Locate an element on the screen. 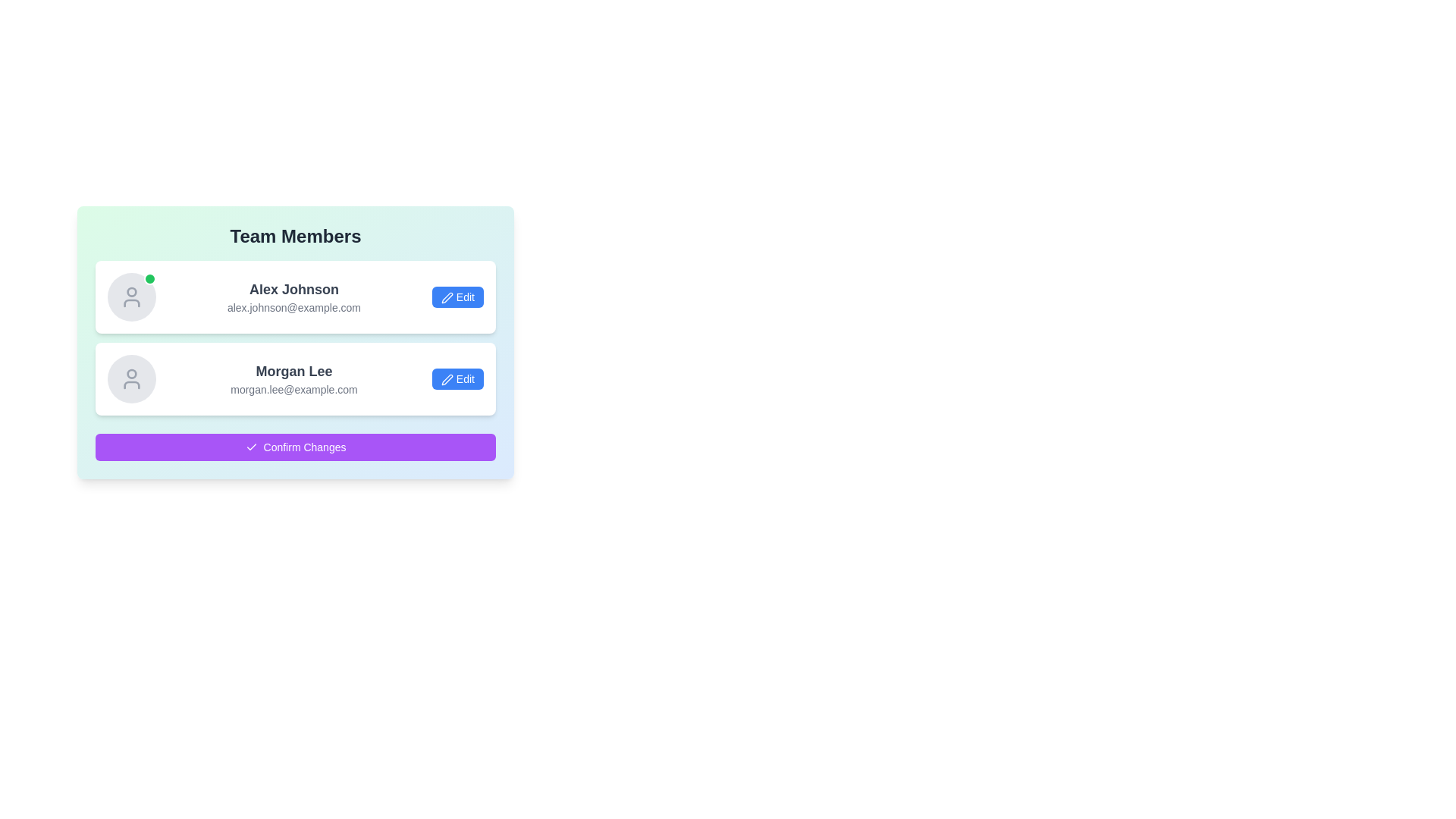  the edit button located in the bottom-right corner of the card representing user 'Morgan Lee' is located at coordinates (457, 378).